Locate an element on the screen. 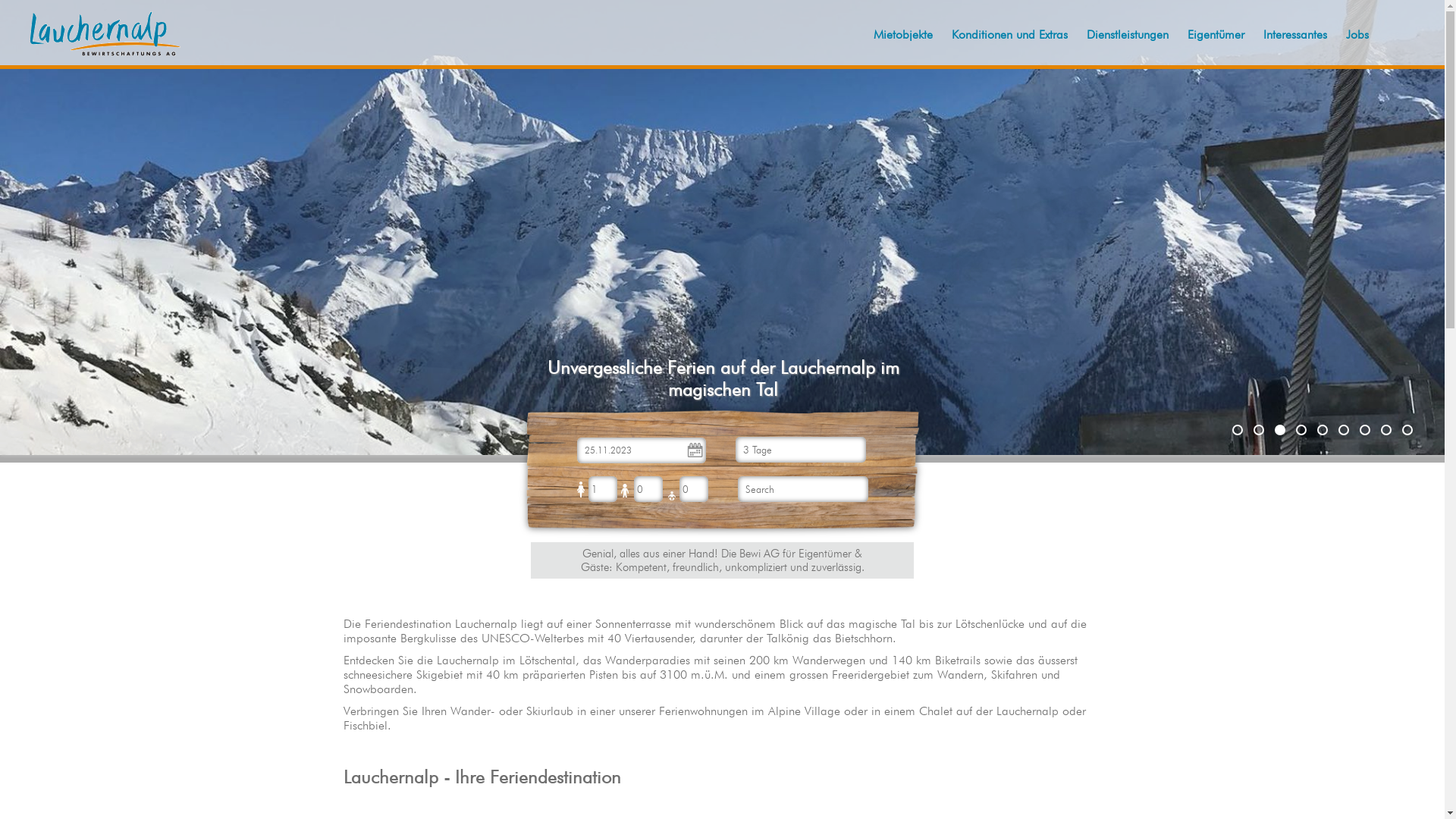  'Dienstleistungen' is located at coordinates (1128, 34).